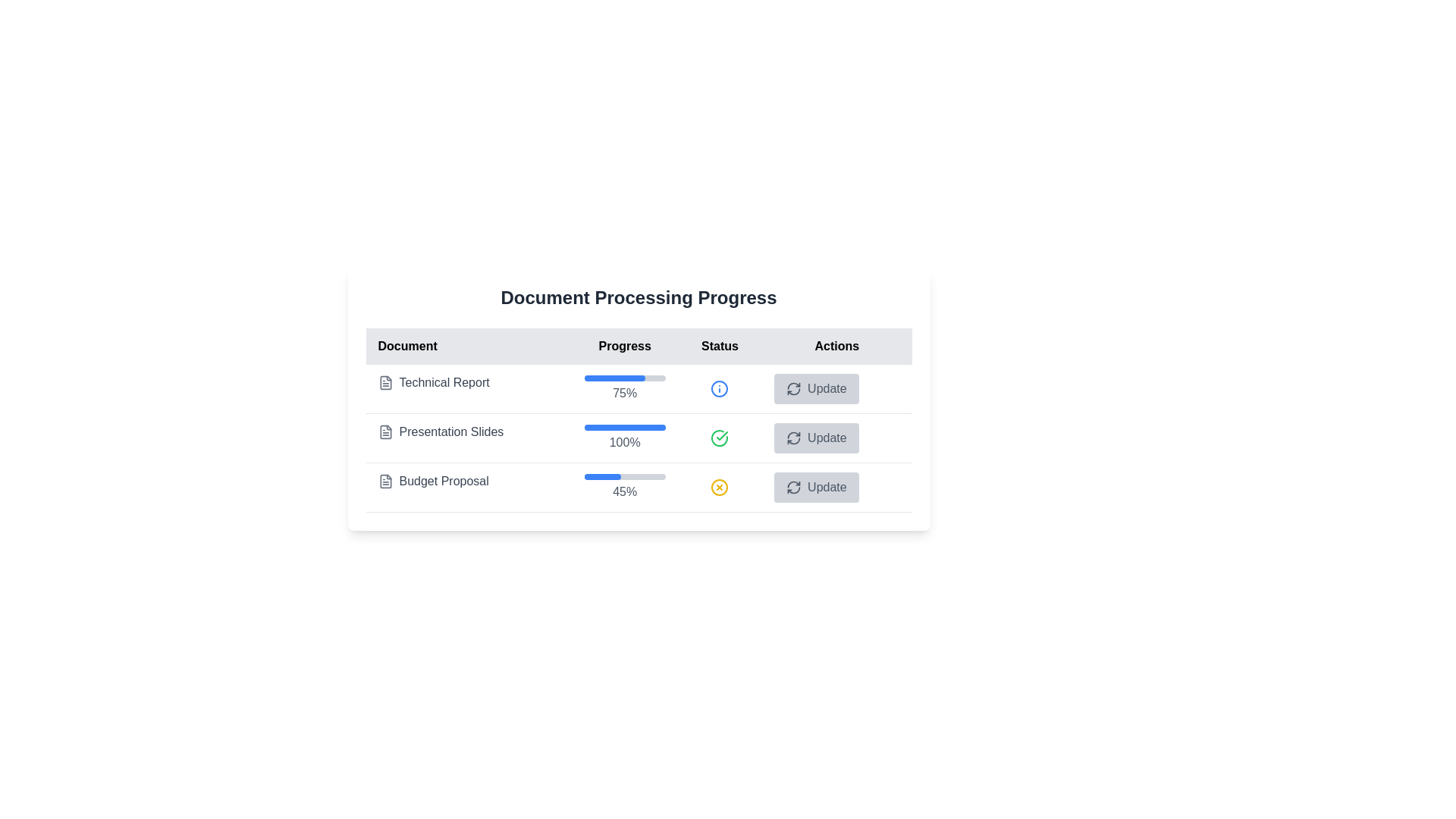  What do you see at coordinates (625, 377) in the screenshot?
I see `the progress bar indicating 75% completion in the 'Progress' column of the 'Technical Report' row` at bounding box center [625, 377].